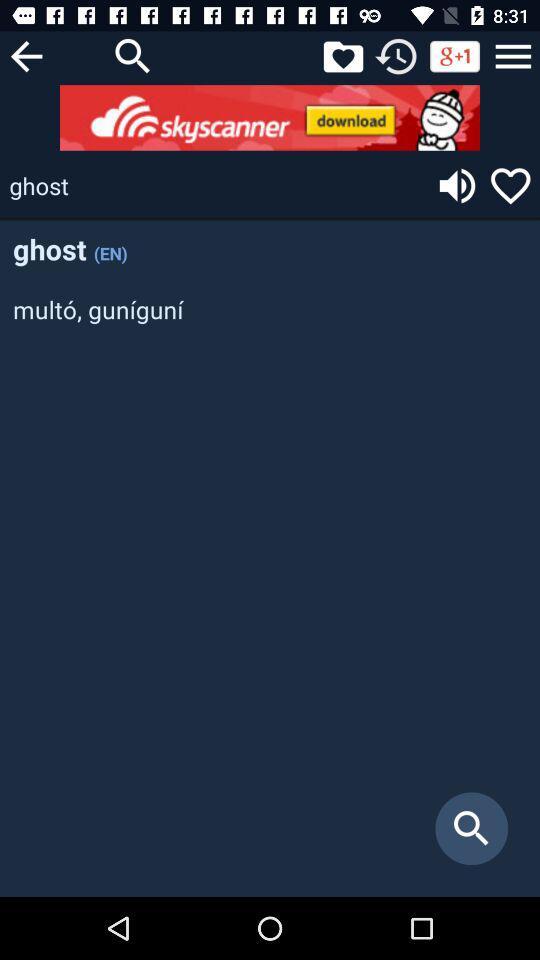  Describe the element at coordinates (25, 55) in the screenshot. I see `go back` at that location.